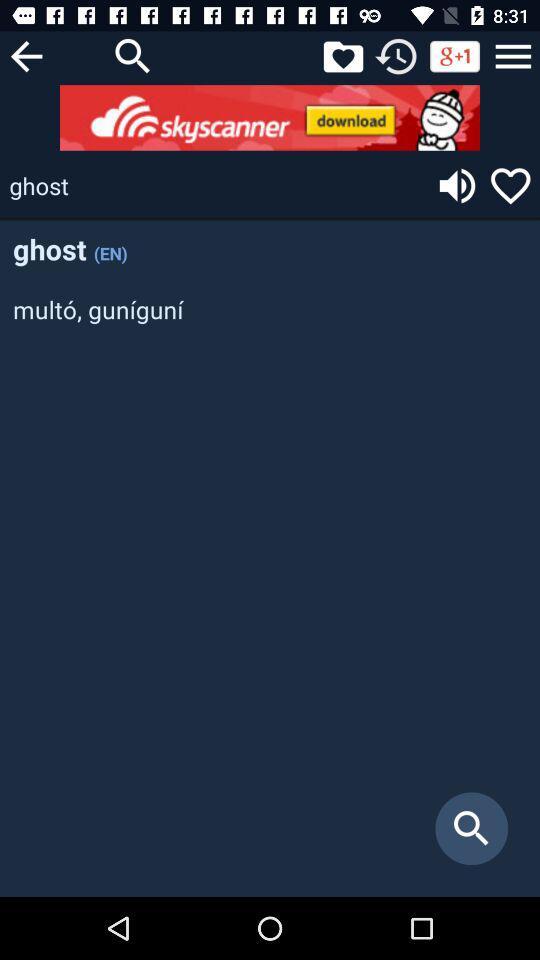  Describe the element at coordinates (25, 55) in the screenshot. I see `go back` at that location.